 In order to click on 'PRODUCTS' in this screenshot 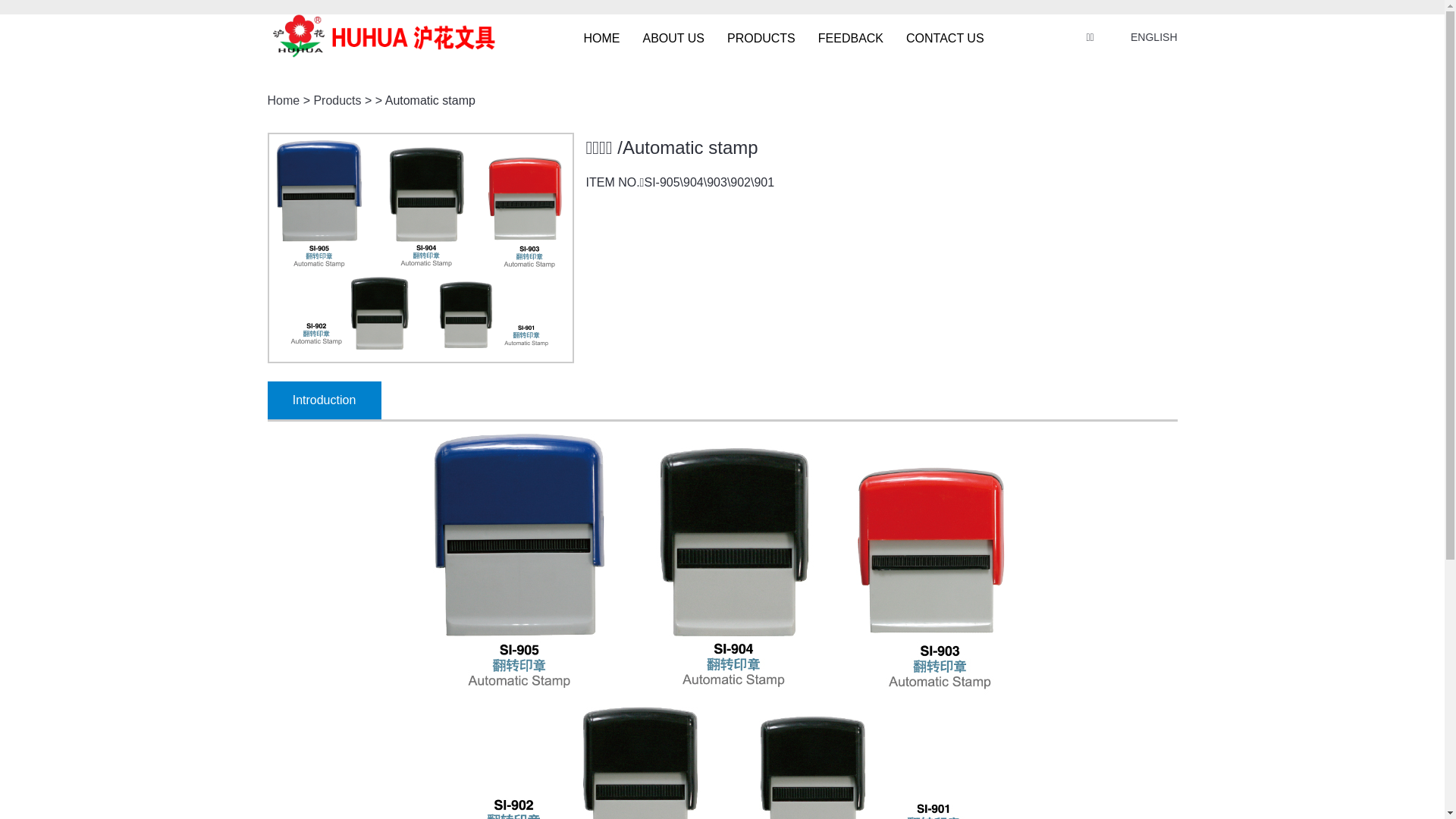, I will do `click(761, 37)`.